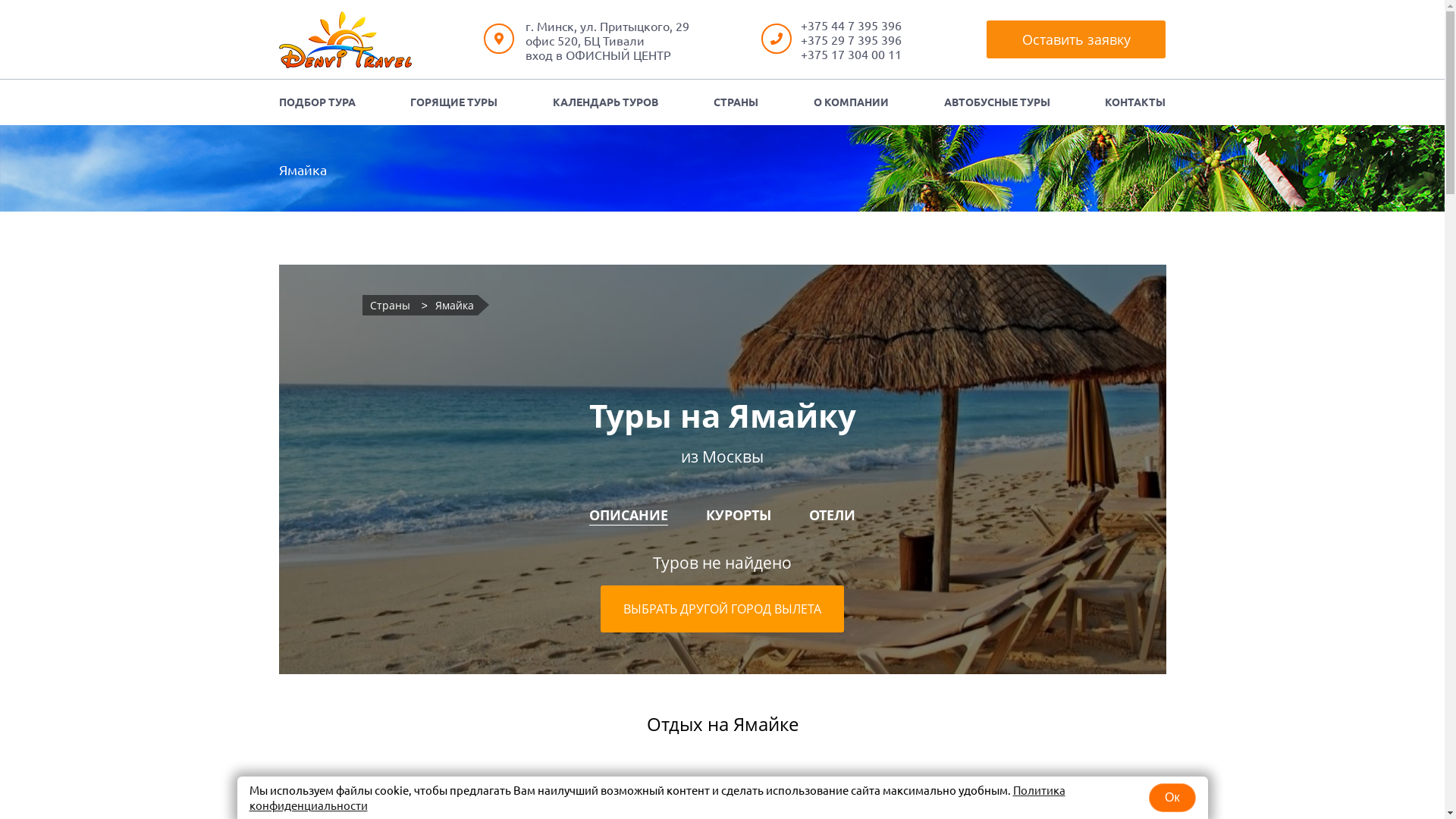  I want to click on '+375 44 7 395 396', so click(851, 25).